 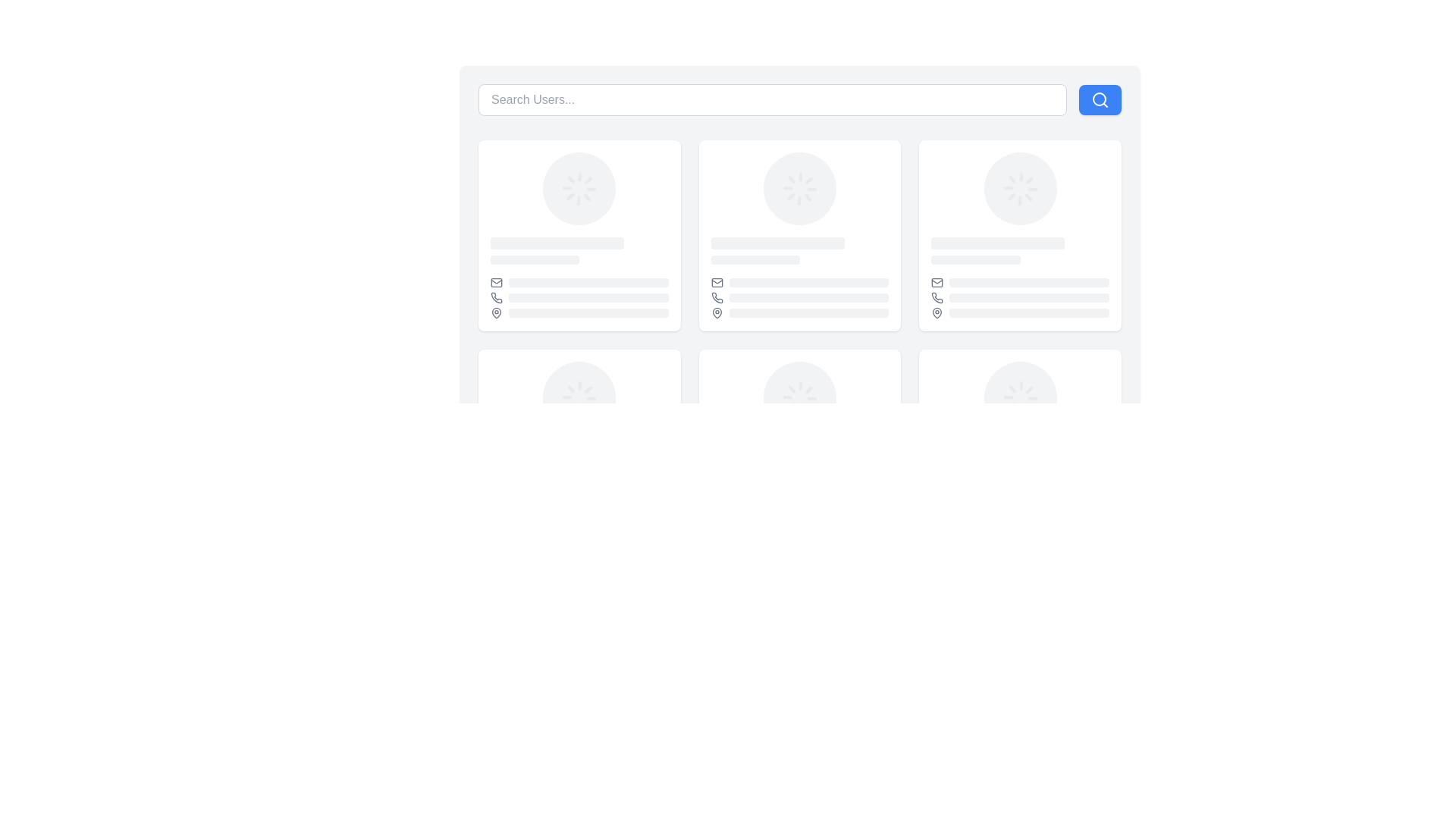 What do you see at coordinates (777, 242) in the screenshot?
I see `the loading placeholder bar element, which is a horizontal rectangular bar with rounded corners and a light gray color, indicating a loading state with an animated pulsing effect` at bounding box center [777, 242].